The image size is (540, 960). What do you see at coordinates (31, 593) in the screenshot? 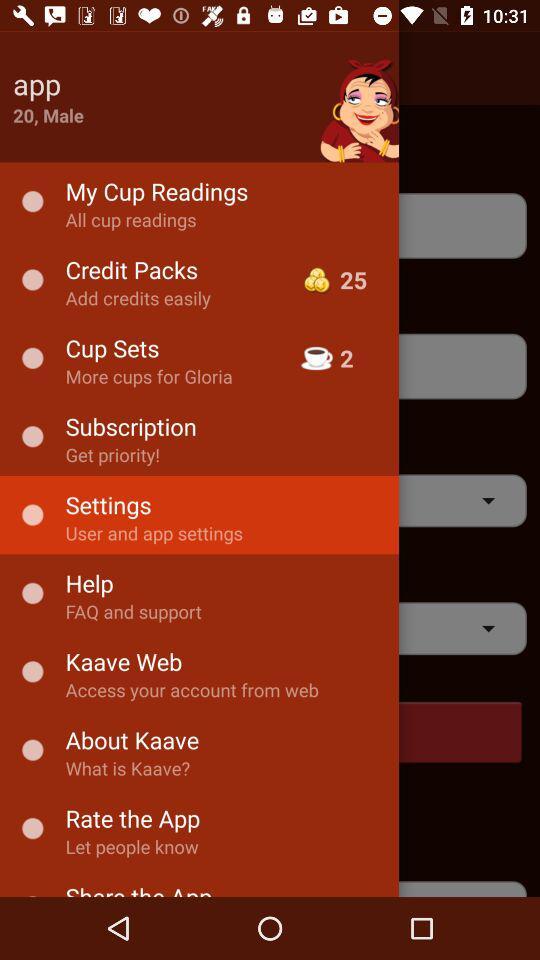
I see `the radio button which is before help` at bounding box center [31, 593].